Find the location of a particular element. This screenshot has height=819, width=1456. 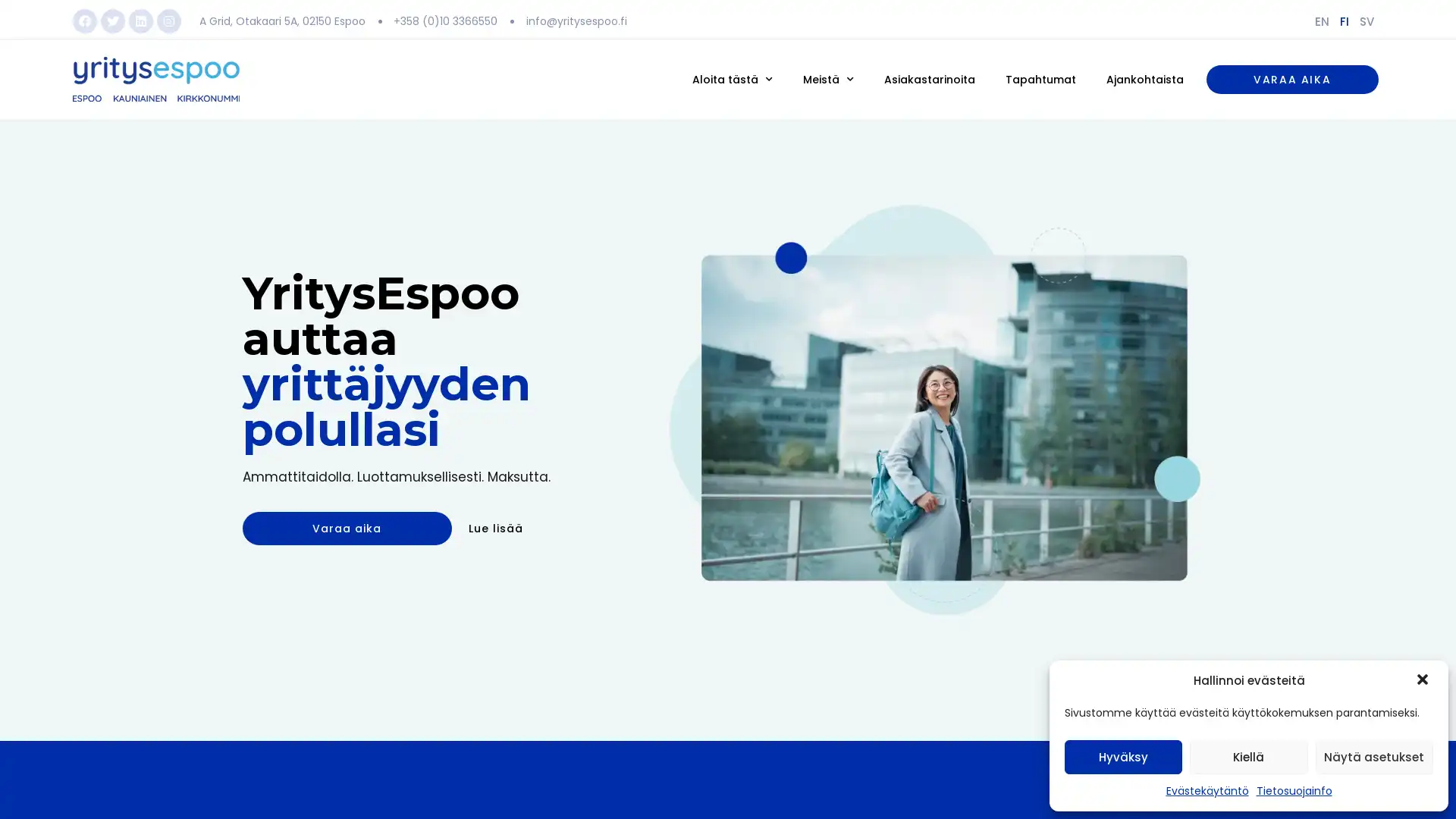

Nayta asetukset is located at coordinates (1373, 757).